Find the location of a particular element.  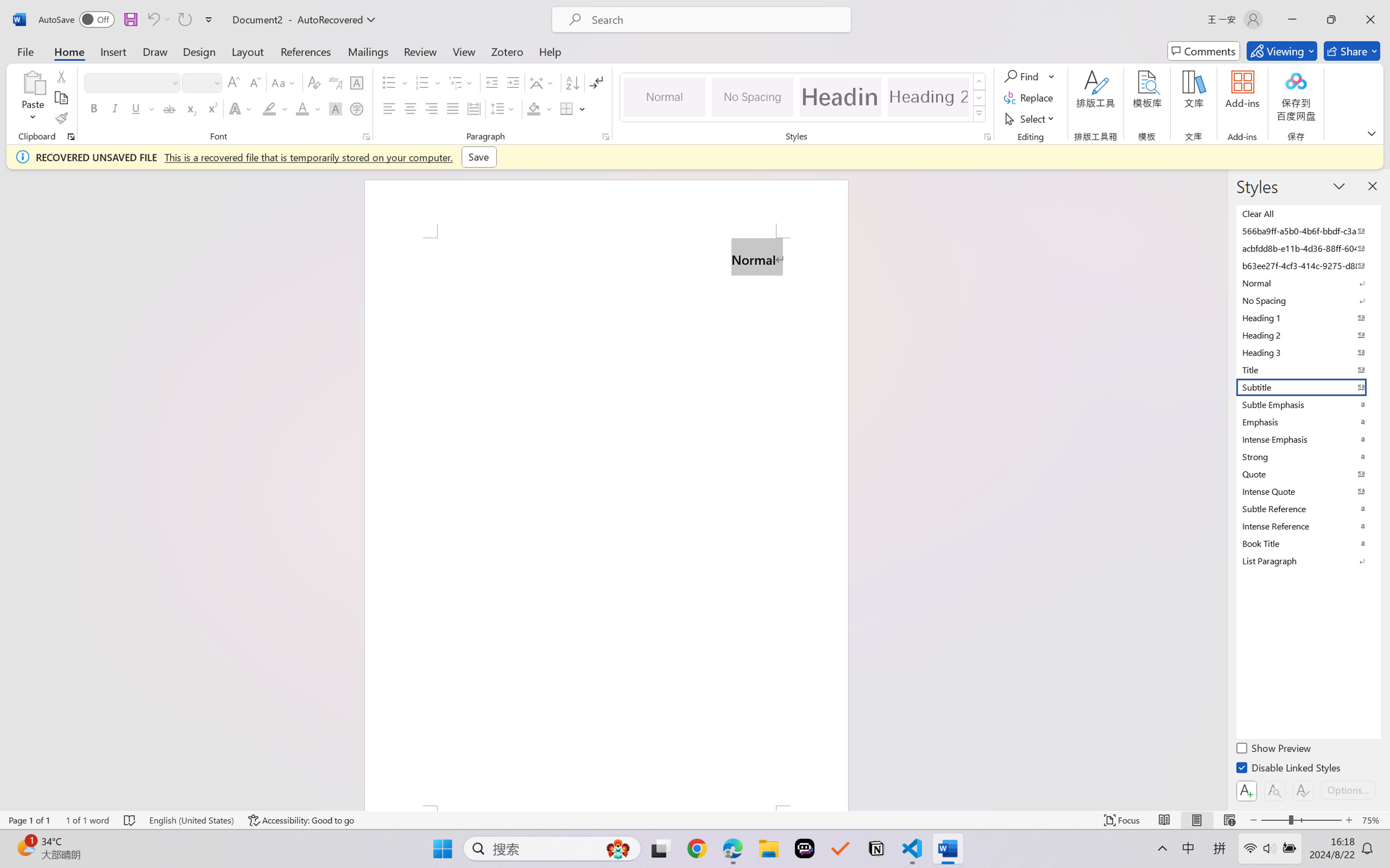

'Heading 2' is located at coordinates (928, 96).